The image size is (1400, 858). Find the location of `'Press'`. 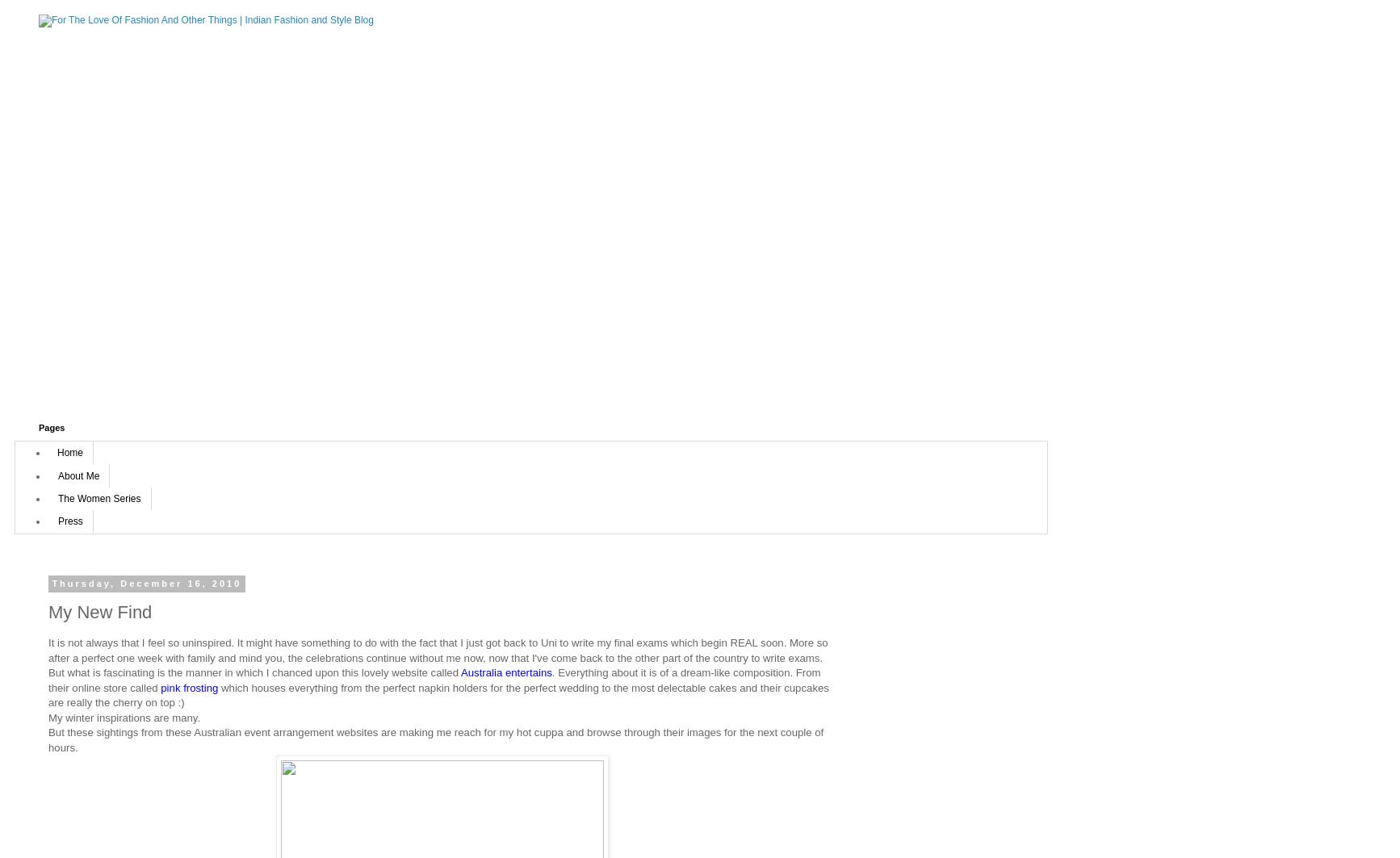

'Press' is located at coordinates (57, 520).